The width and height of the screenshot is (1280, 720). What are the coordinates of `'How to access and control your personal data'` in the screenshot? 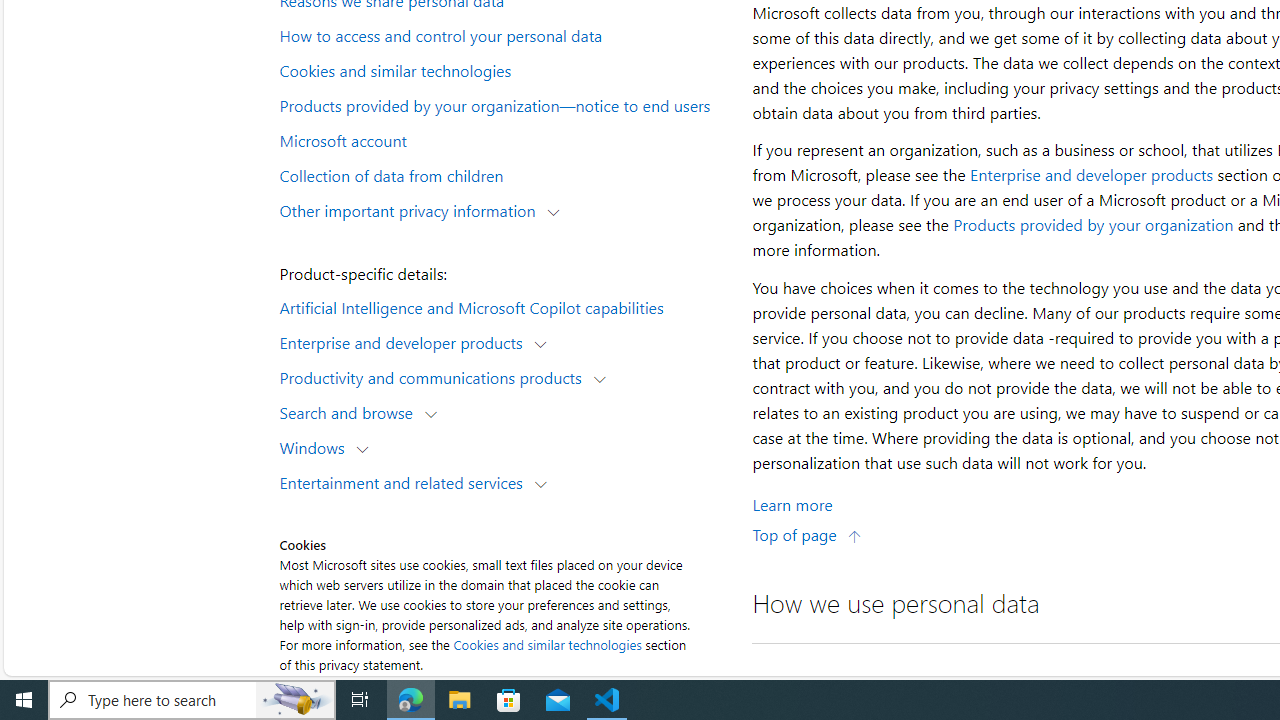 It's located at (504, 35).